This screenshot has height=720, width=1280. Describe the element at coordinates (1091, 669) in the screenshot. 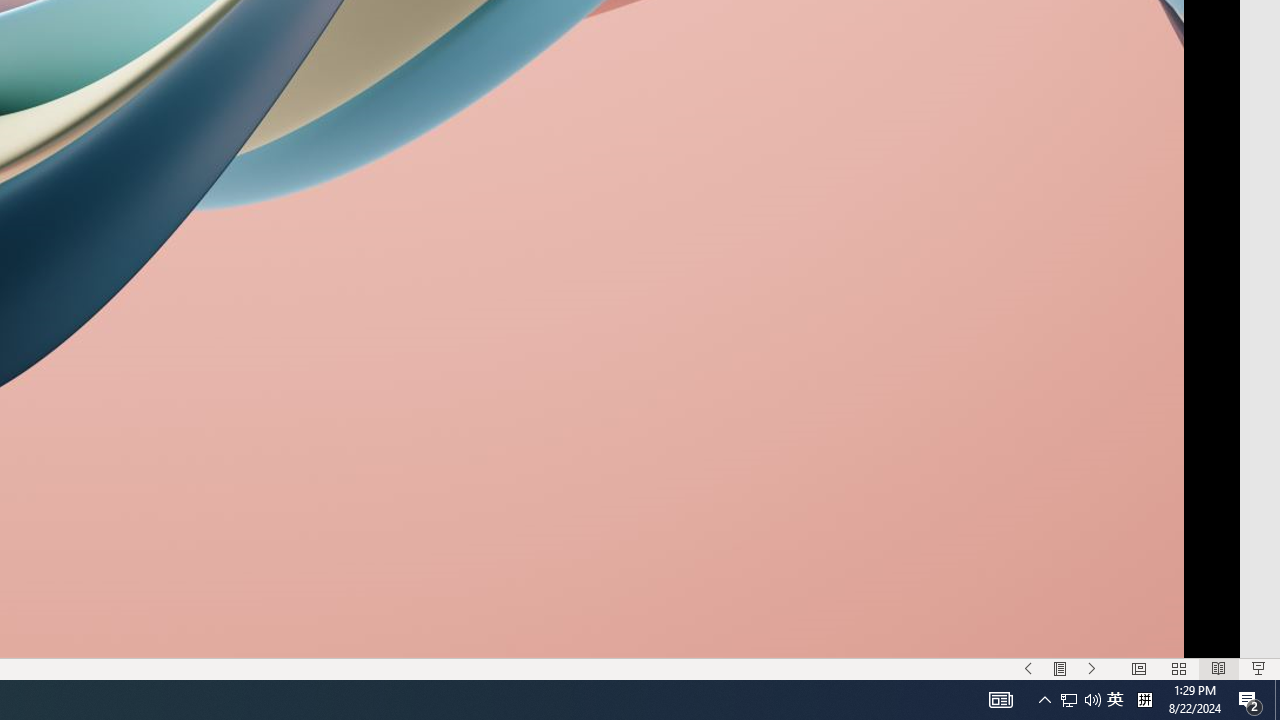

I see `'Slide Show Next On'` at that location.